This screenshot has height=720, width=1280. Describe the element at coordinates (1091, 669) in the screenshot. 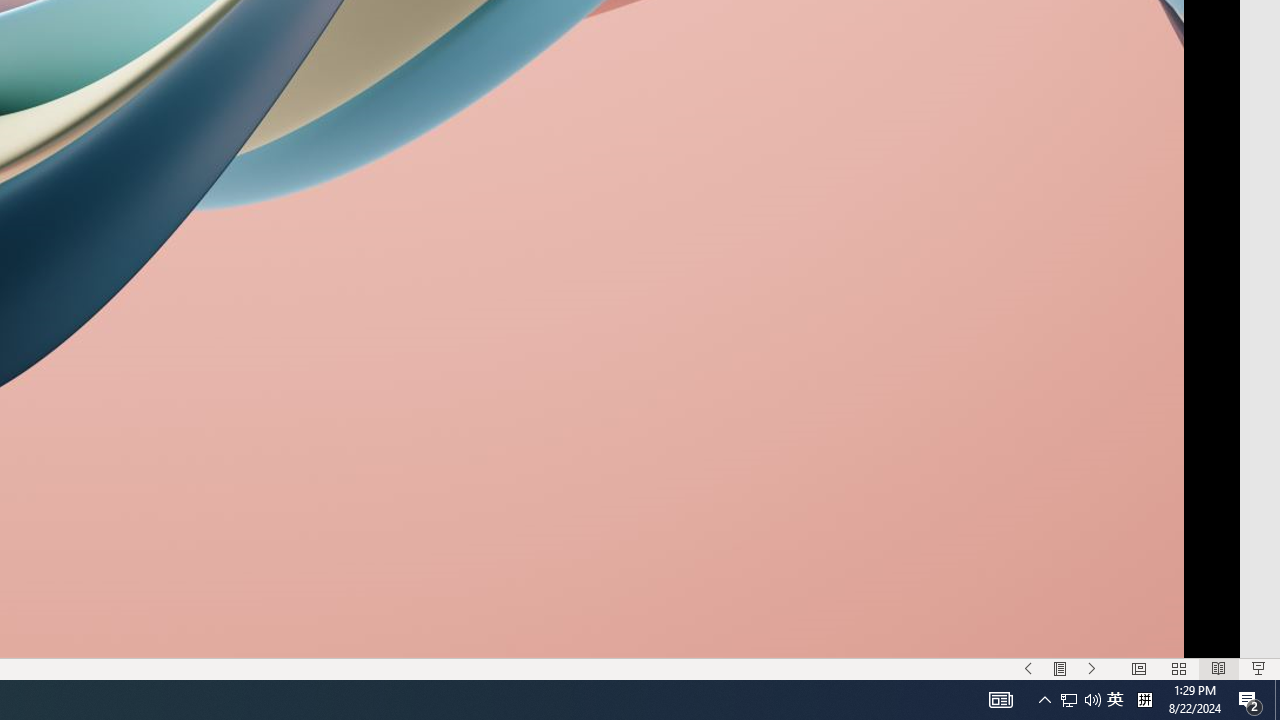

I see `'Slide Show Next On'` at that location.